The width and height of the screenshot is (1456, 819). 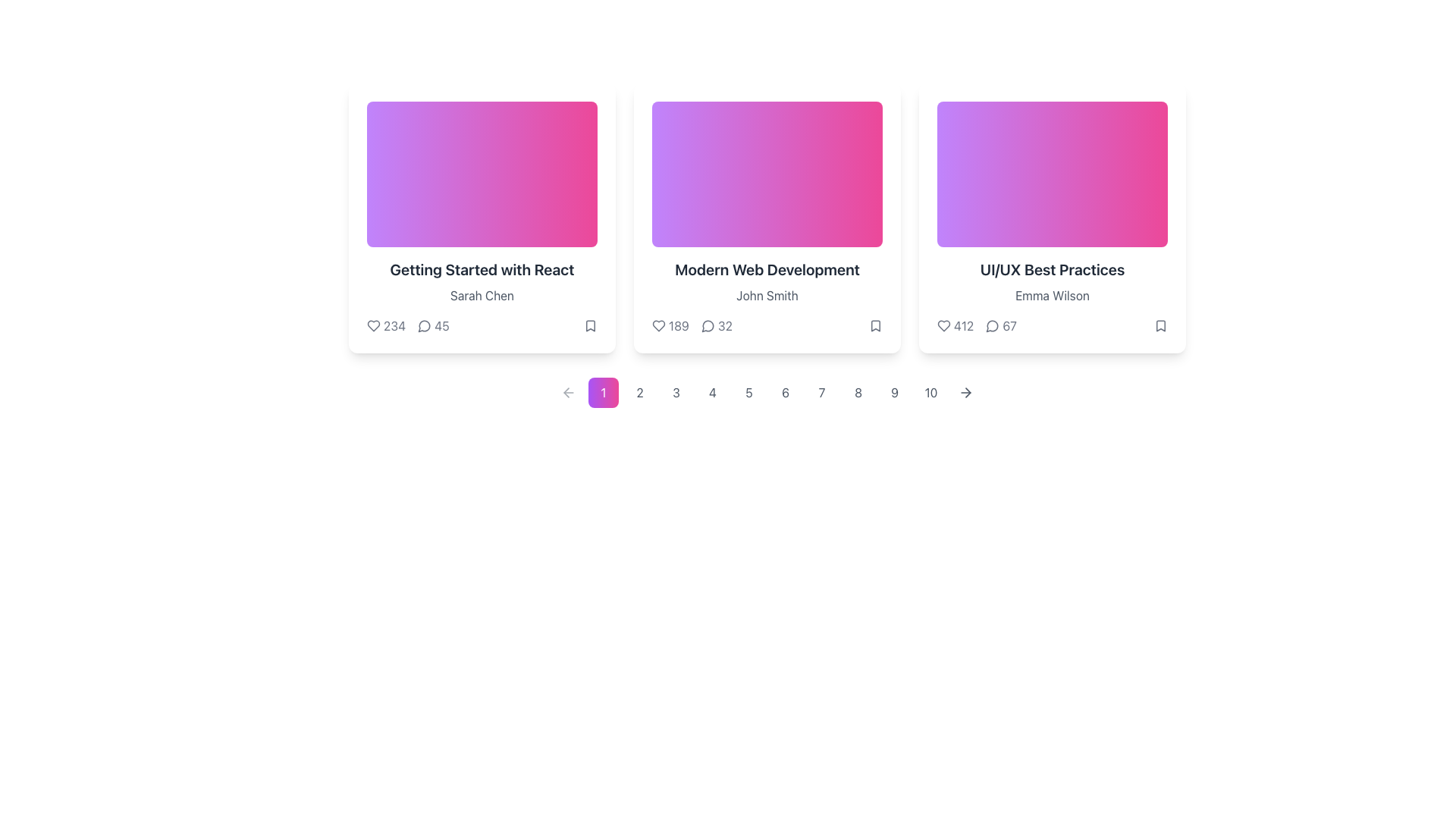 I want to click on the pagination button that navigates to page 10 to change its background color, so click(x=930, y=391).